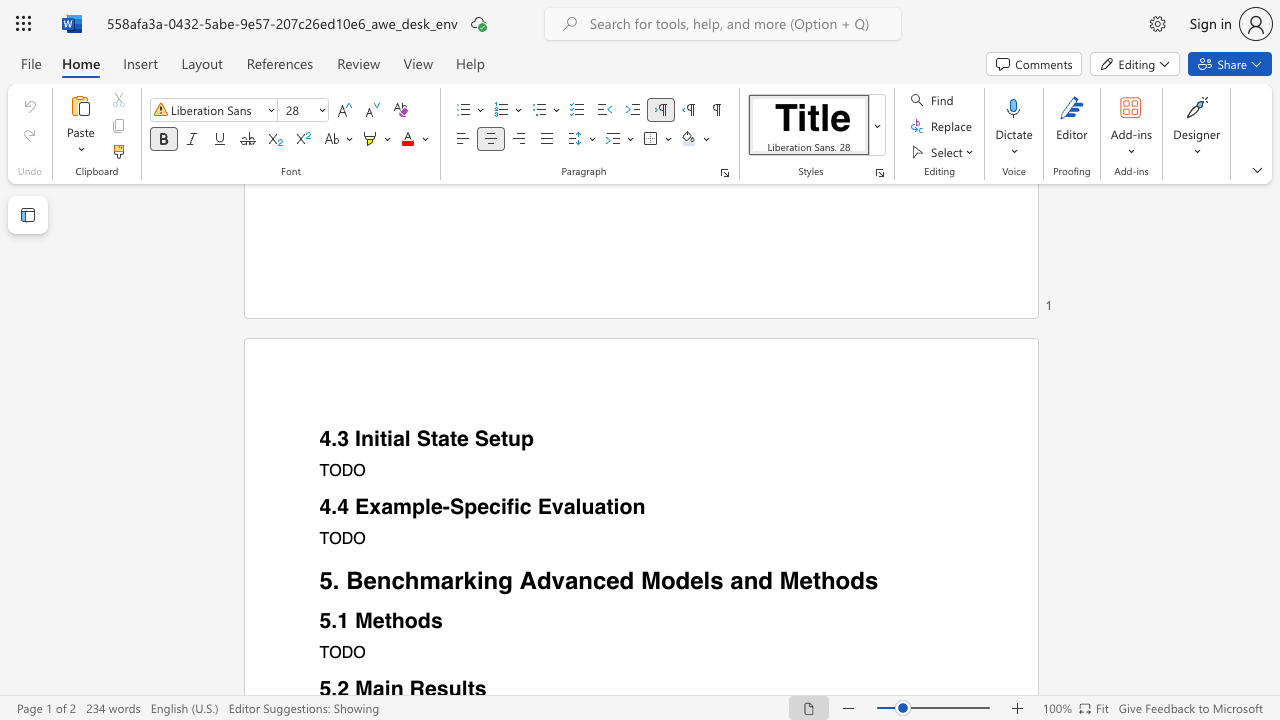 The width and height of the screenshot is (1280, 720). Describe the element at coordinates (391, 620) in the screenshot. I see `the subset text "ho" within the text "5.1 Methods"` at that location.